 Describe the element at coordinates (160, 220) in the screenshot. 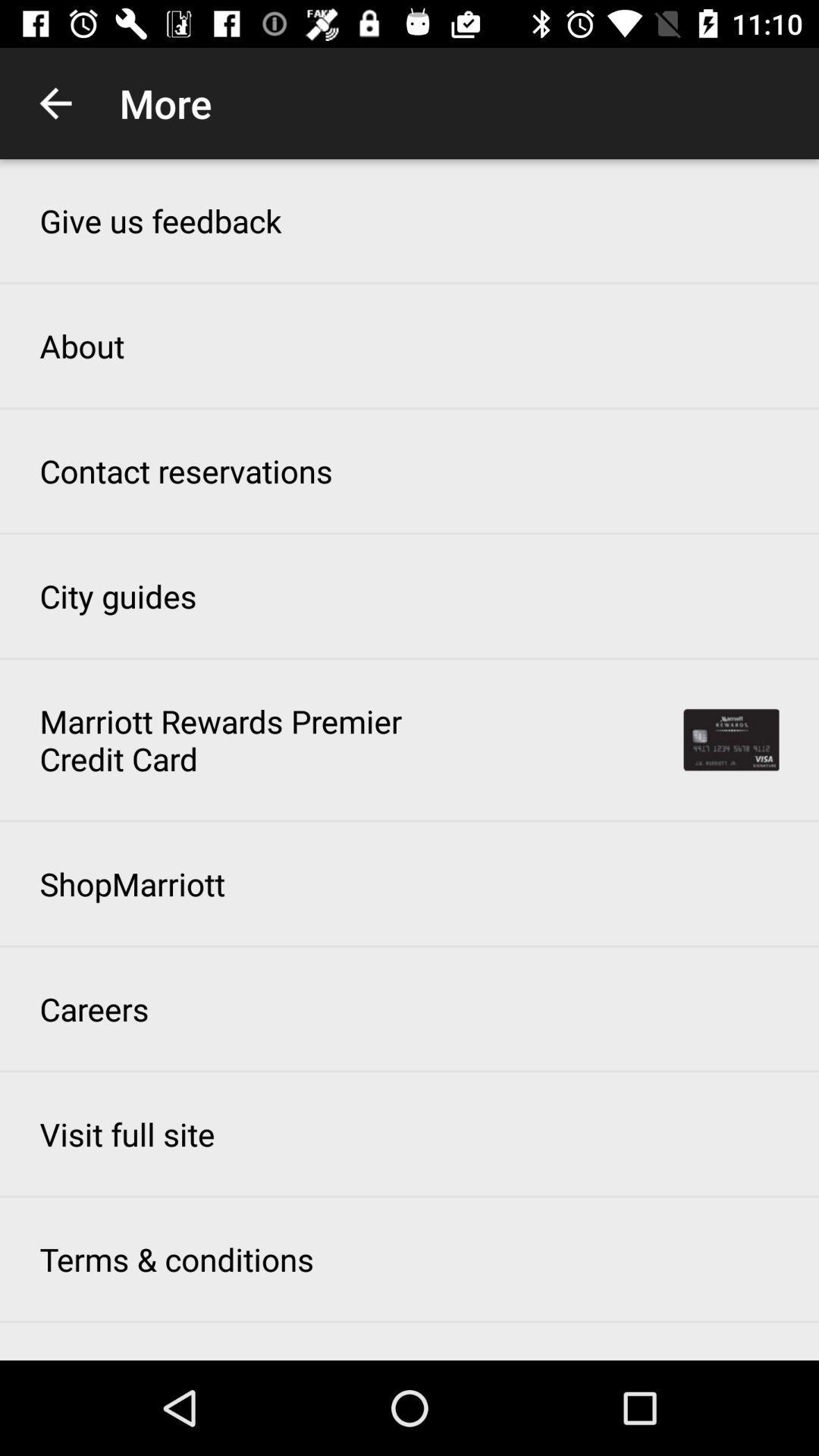

I see `the icon above about item` at that location.